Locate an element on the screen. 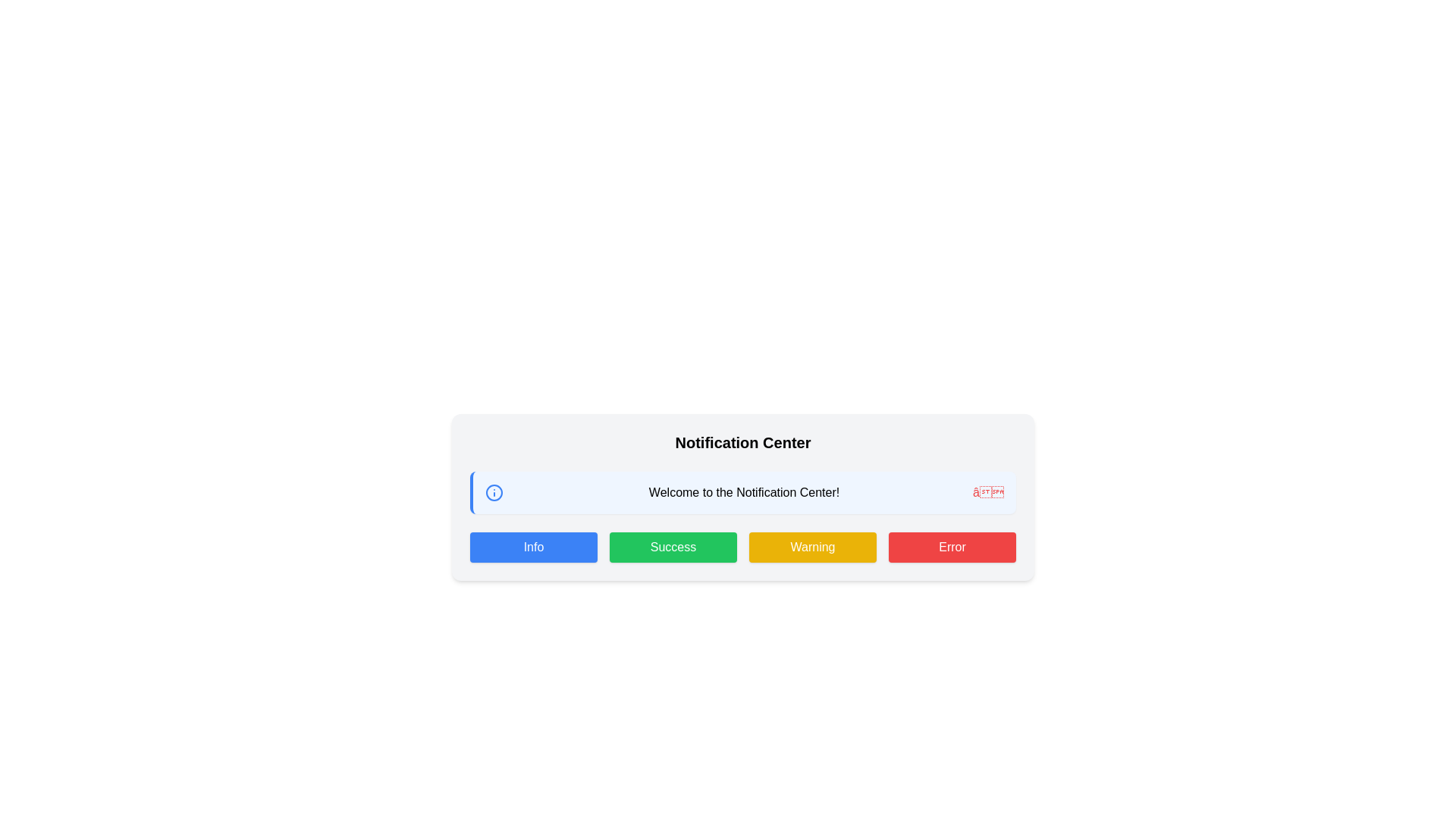 The image size is (1456, 819). the first button in the grid layout, located below 'Welcome to the Notification Center!' for keyboard-based interaction is located at coordinates (534, 547).